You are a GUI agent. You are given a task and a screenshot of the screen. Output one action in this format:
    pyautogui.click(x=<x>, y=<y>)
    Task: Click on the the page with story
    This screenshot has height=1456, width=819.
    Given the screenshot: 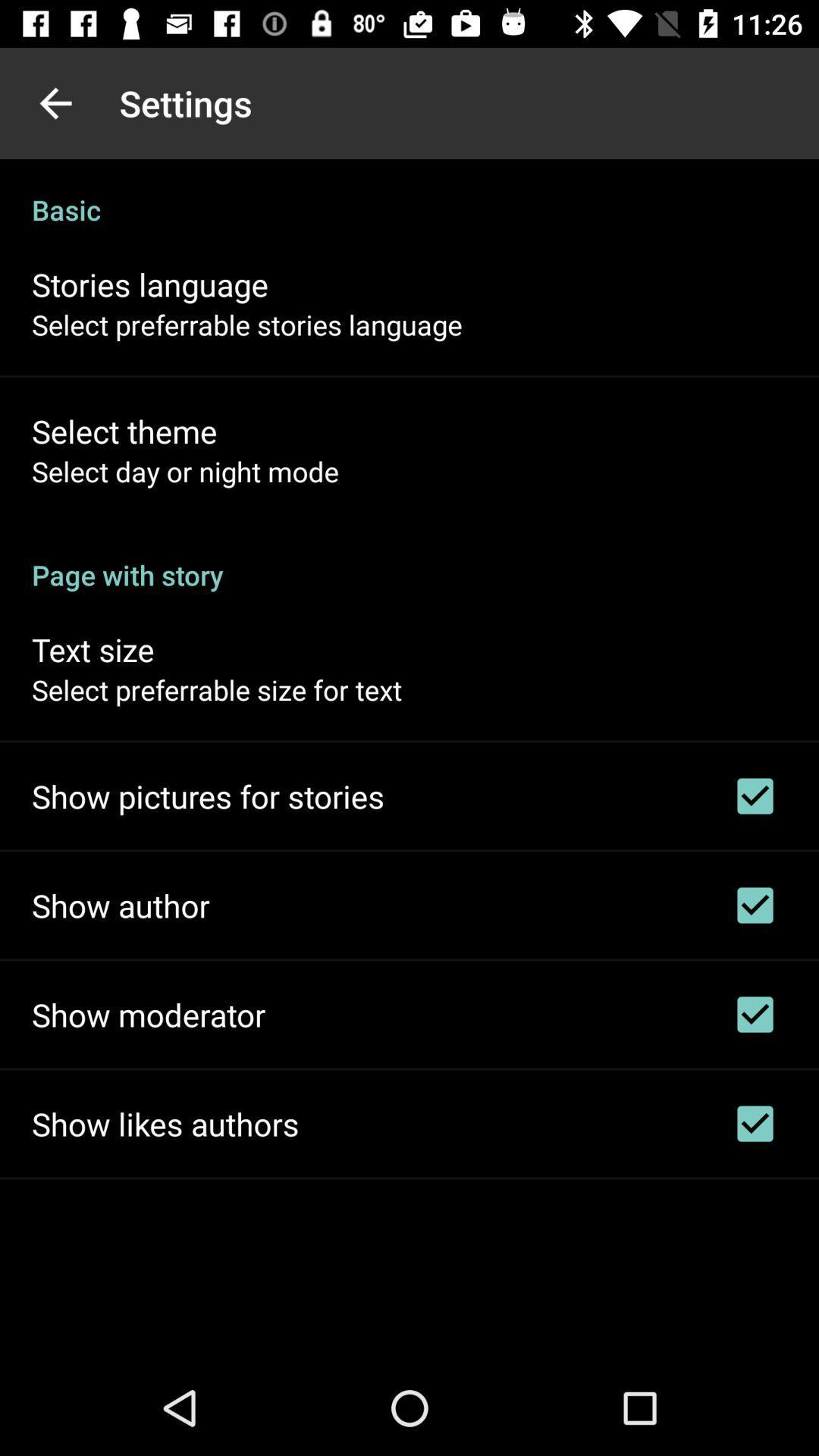 What is the action you would take?
    pyautogui.click(x=409, y=558)
    